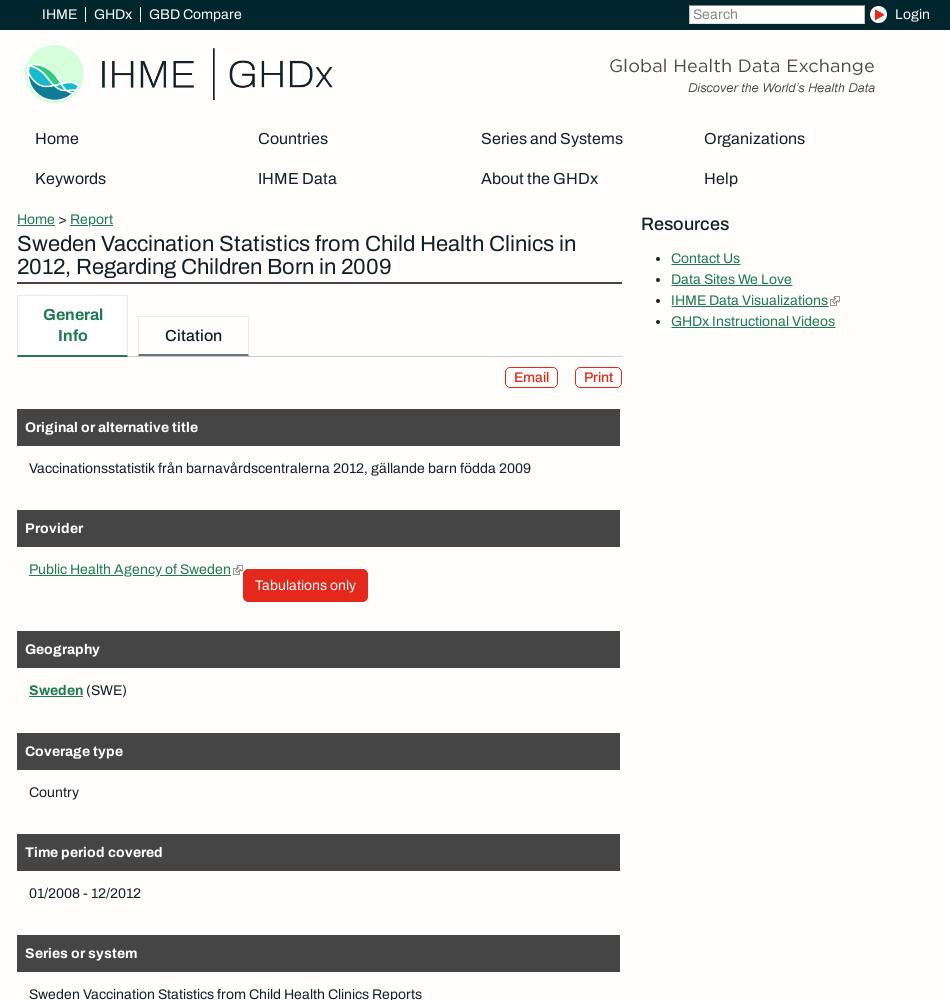 This screenshot has width=950, height=1000. I want to click on 'Original or alternative title', so click(112, 427).